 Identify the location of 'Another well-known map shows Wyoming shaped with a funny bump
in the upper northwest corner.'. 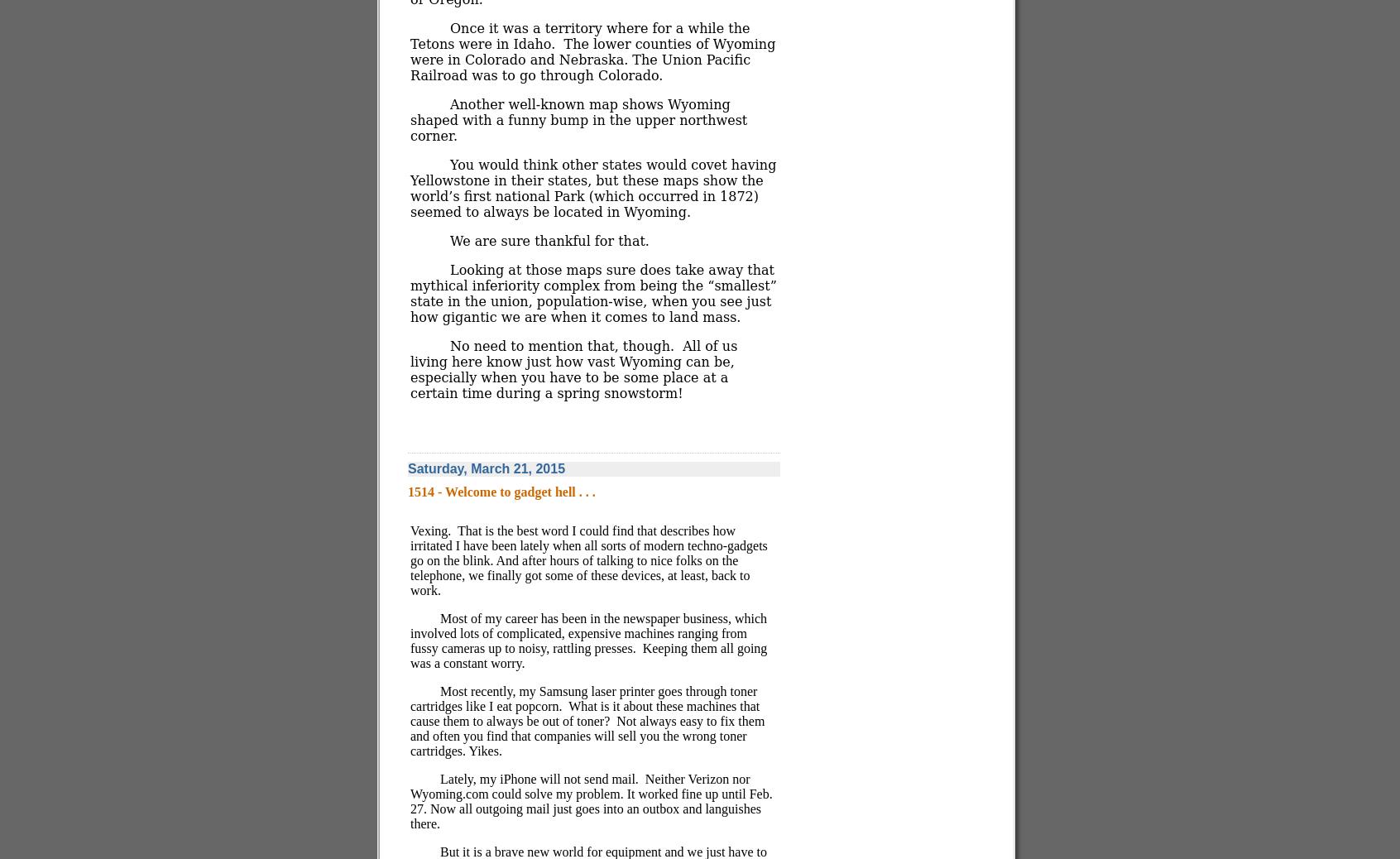
(410, 119).